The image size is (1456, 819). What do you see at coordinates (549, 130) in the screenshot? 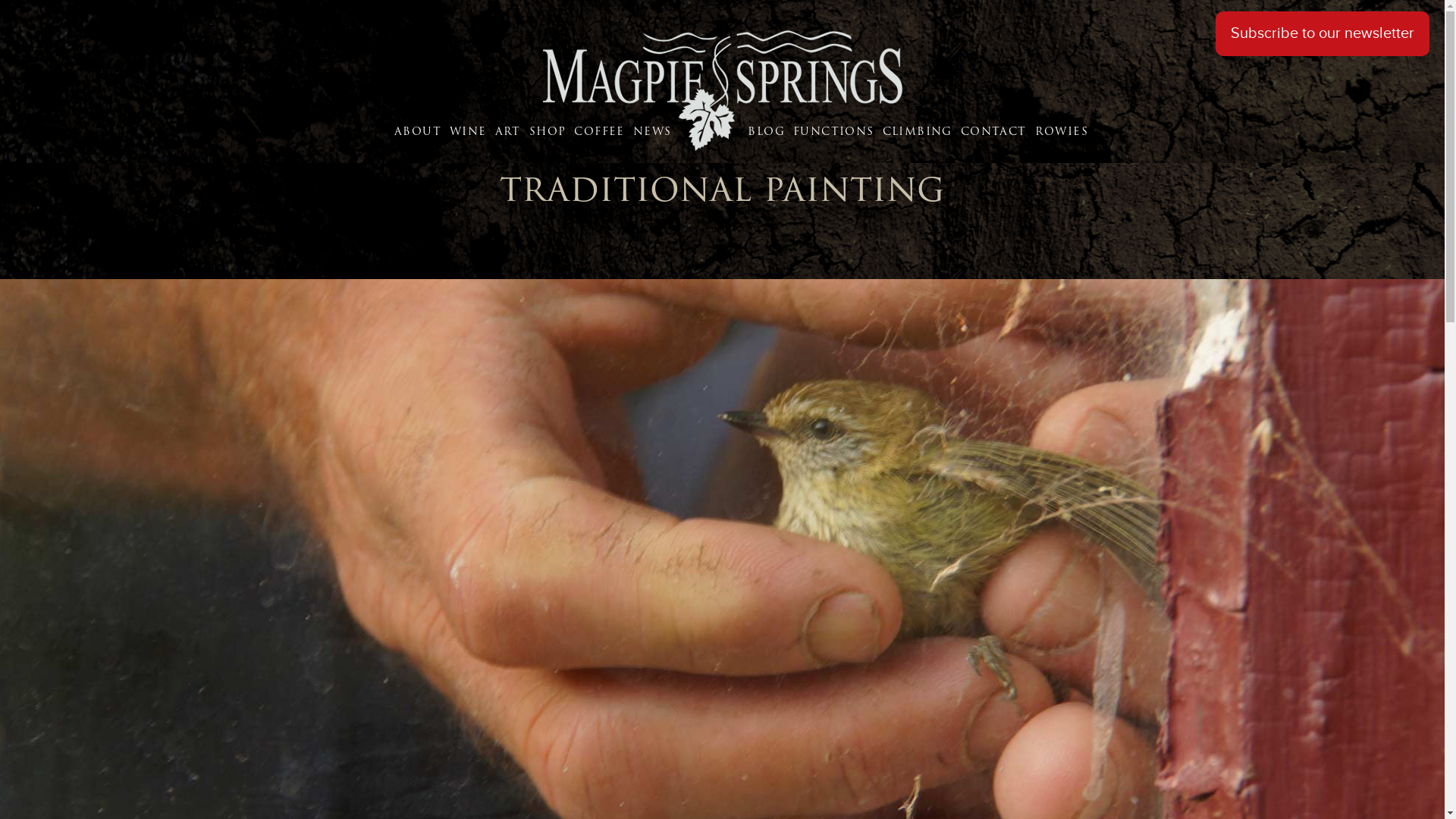
I see `'SHOP'` at bounding box center [549, 130].